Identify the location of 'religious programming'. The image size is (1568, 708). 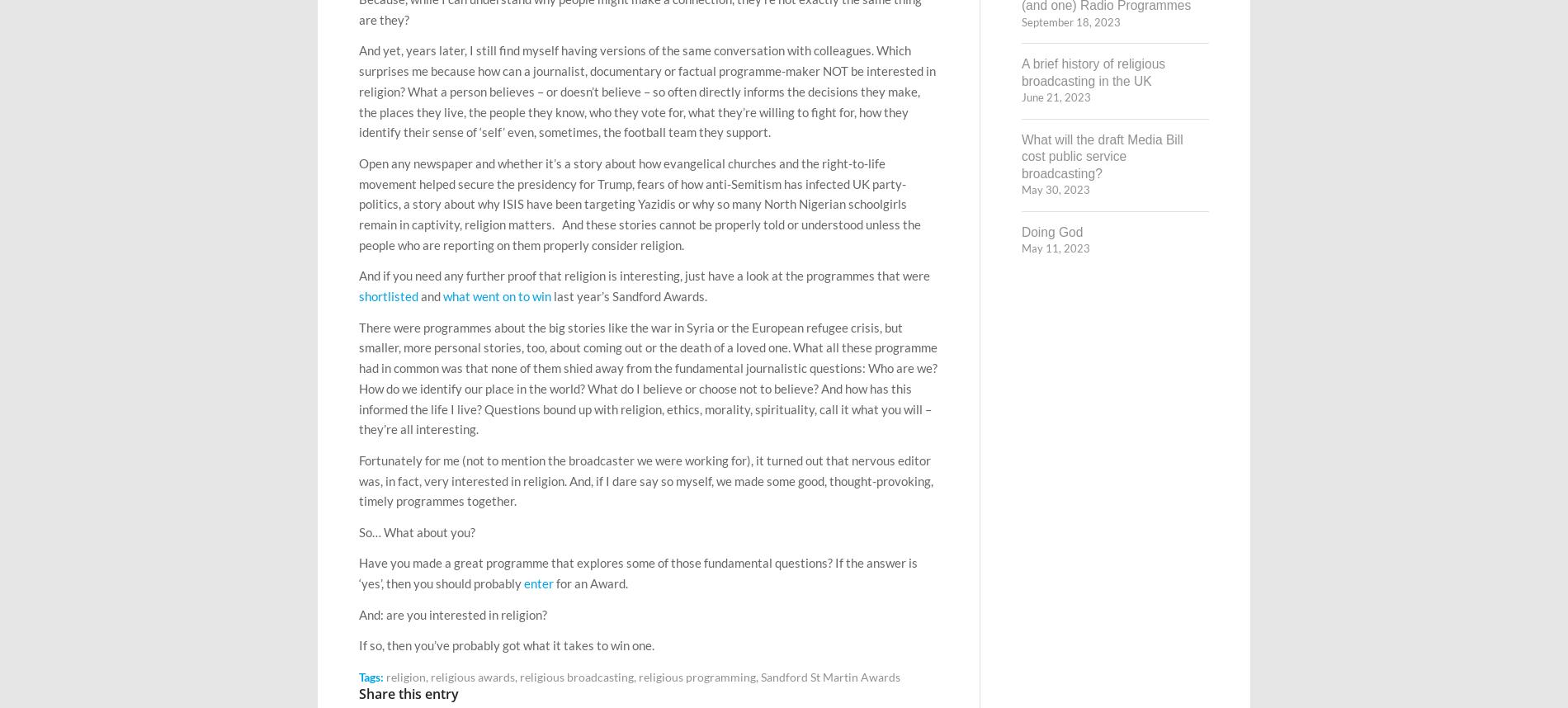
(696, 675).